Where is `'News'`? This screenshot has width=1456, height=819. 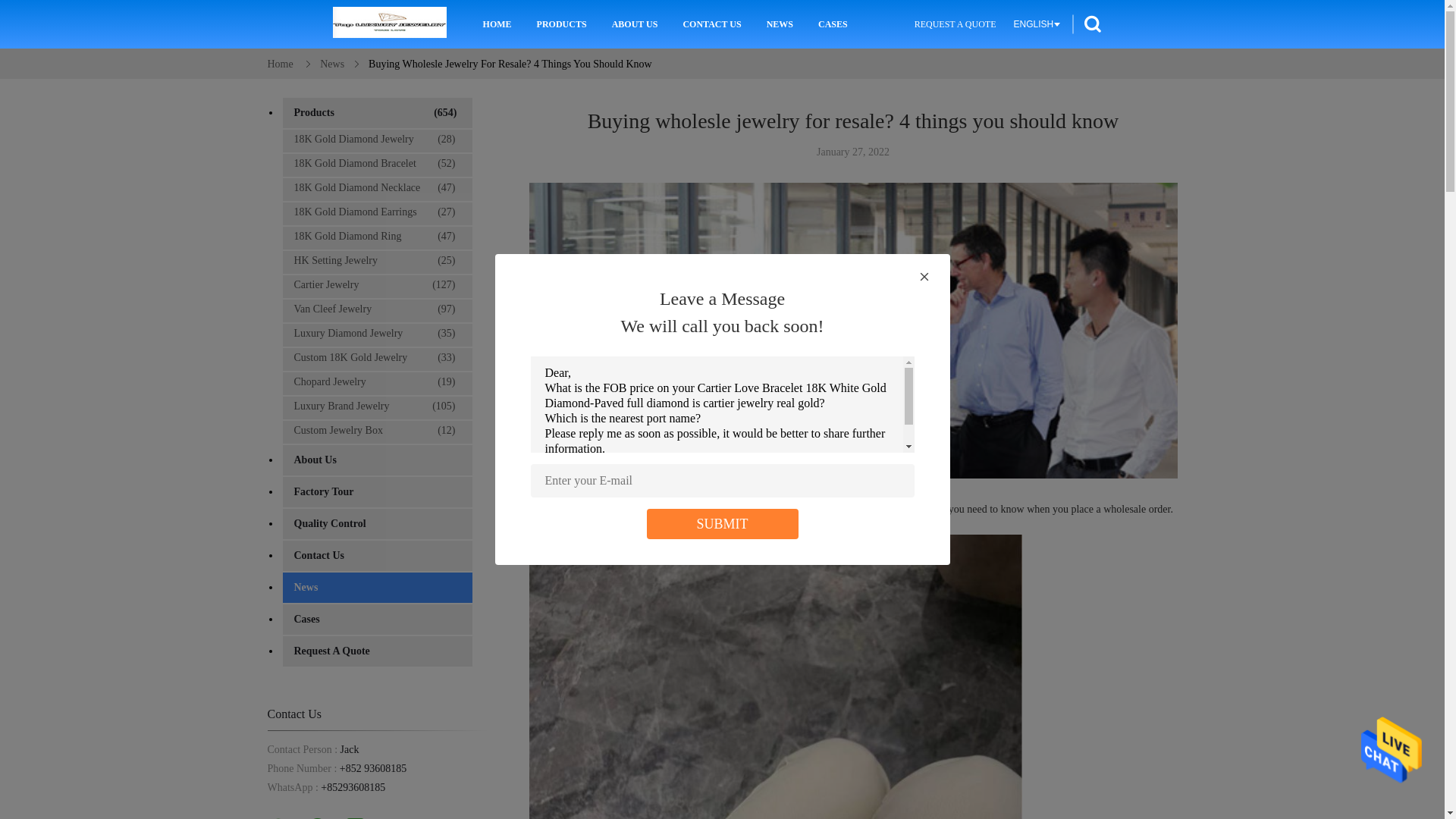
'News' is located at coordinates (377, 587).